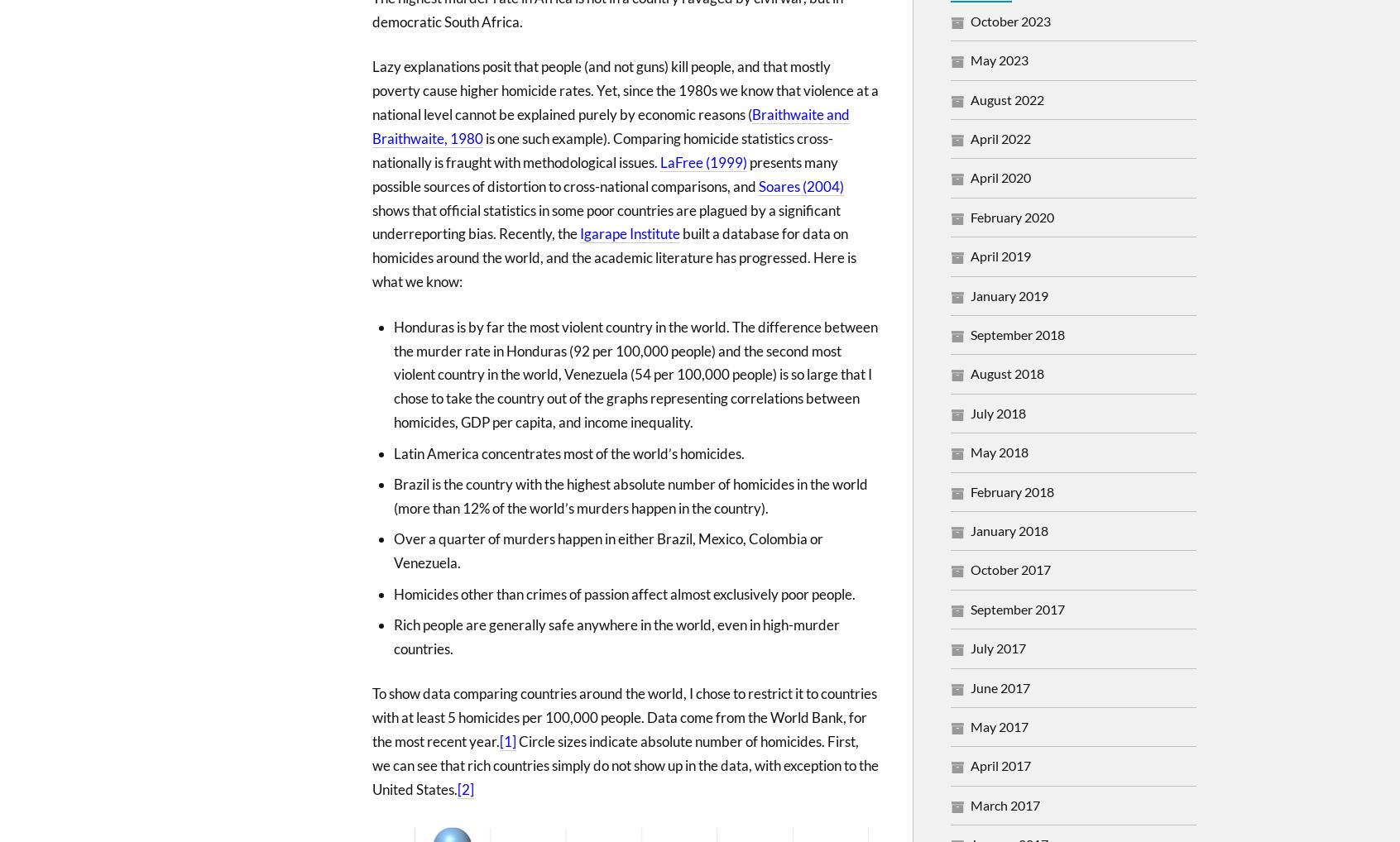 The image size is (1400, 842). Describe the element at coordinates (391, 635) in the screenshot. I see `'Rich people are generally safe anywhere in the world, even in high-murder countries.'` at that location.